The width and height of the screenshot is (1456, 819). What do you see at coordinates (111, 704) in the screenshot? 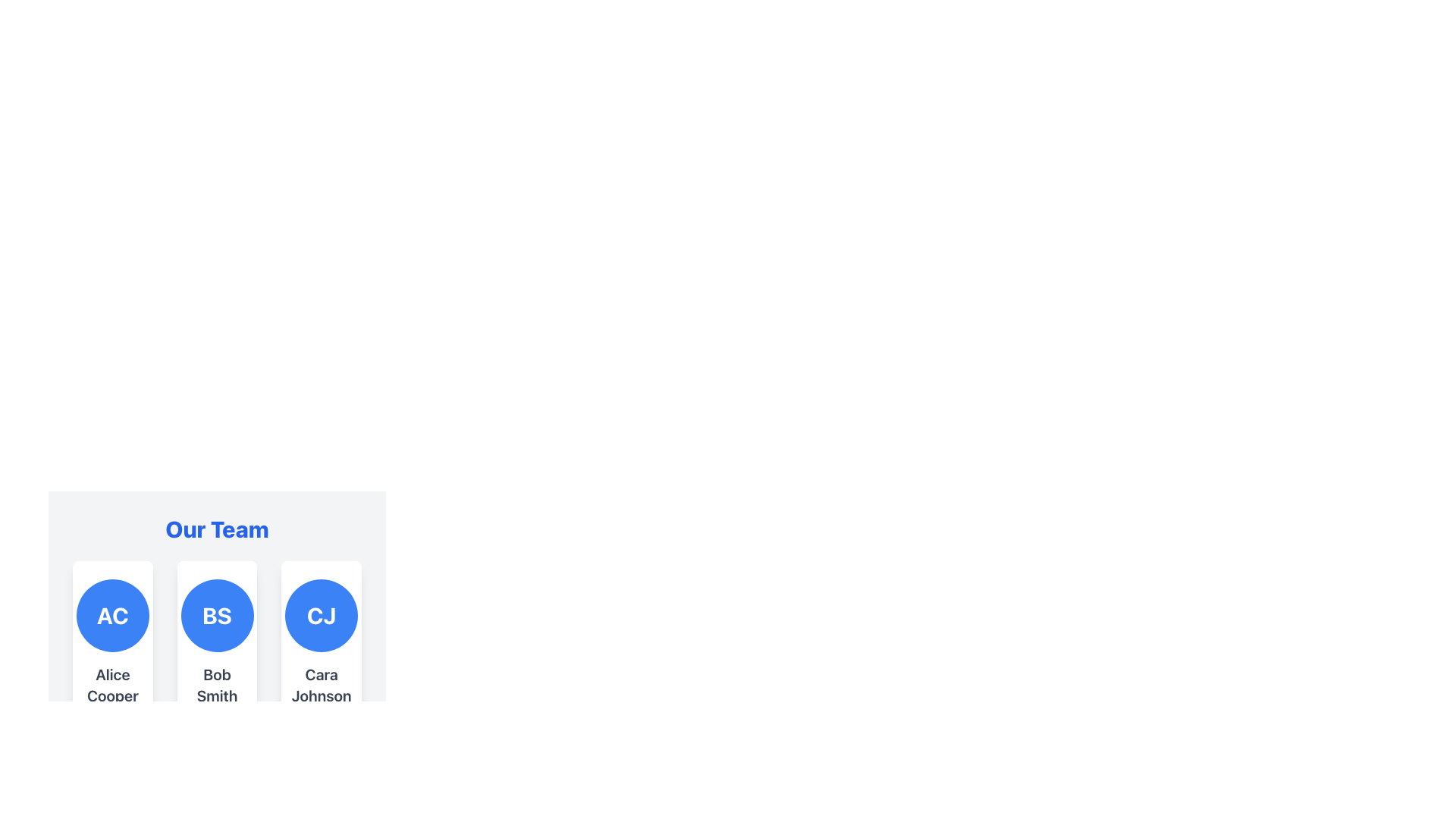
I see `the text label displaying the name and title of the team member, located in the second segment of the leftmost profile card in the team listing interface` at bounding box center [111, 704].